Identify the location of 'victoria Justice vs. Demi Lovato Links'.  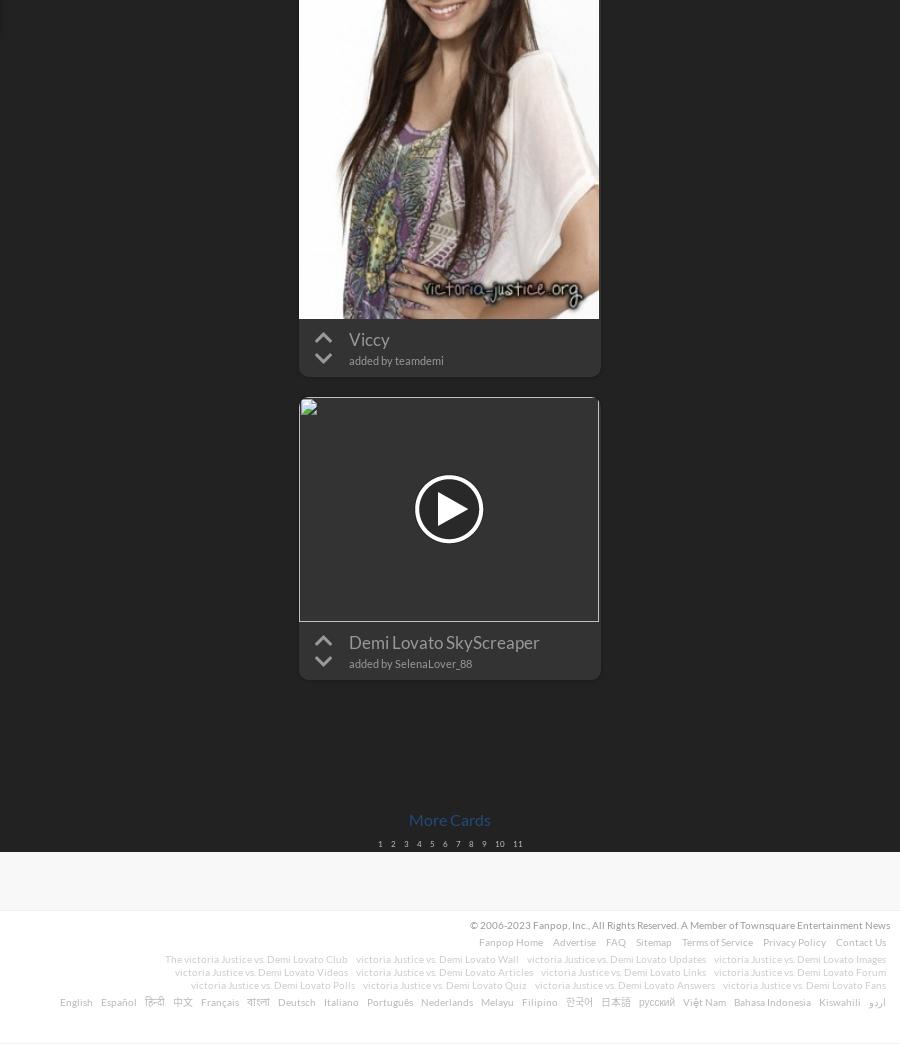
(623, 970).